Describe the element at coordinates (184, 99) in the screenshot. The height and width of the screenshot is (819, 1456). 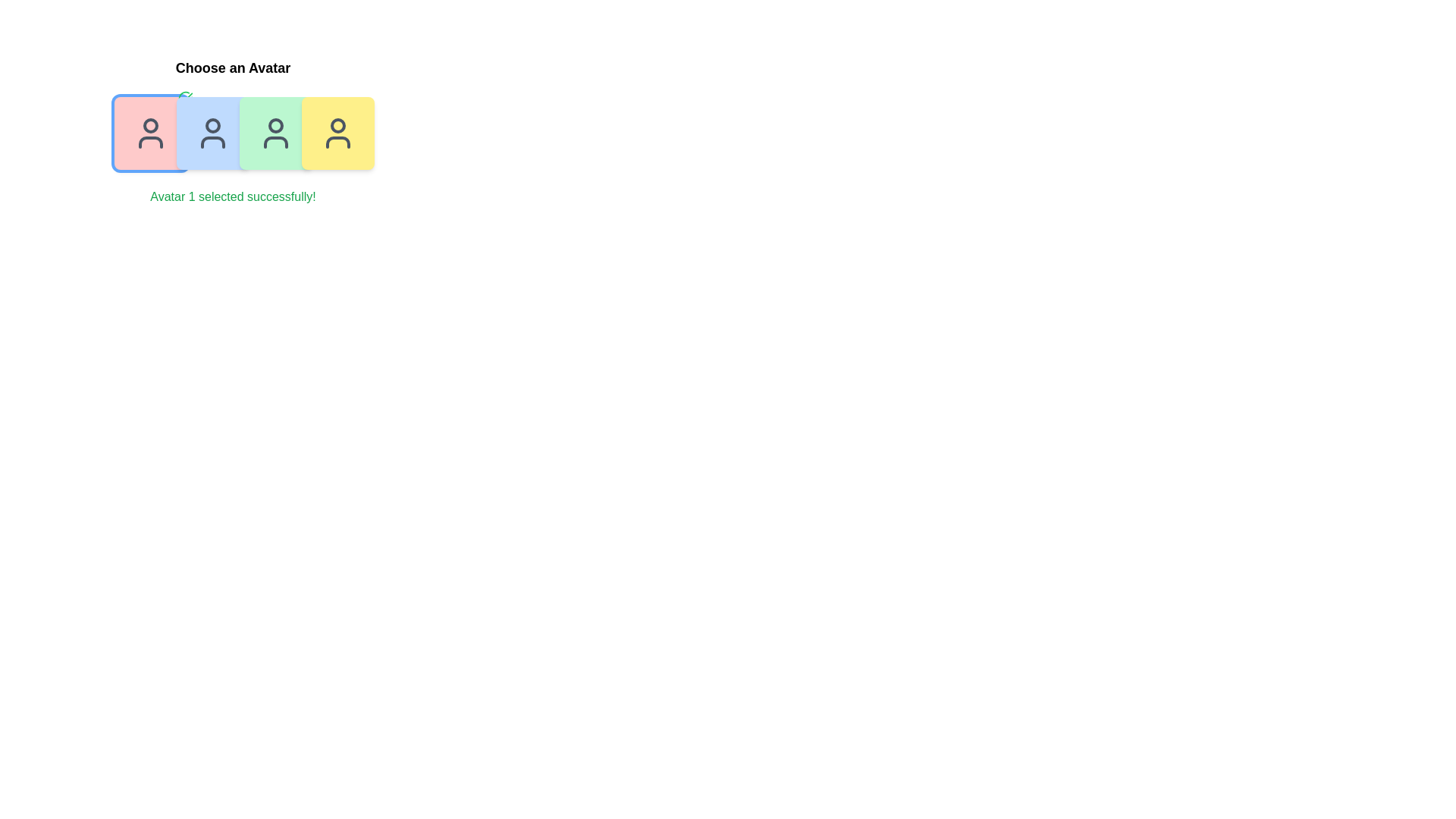
I see `the state change of the circular check icon with a red background and blue border located at the top-right of the first selectable avatar card` at that location.